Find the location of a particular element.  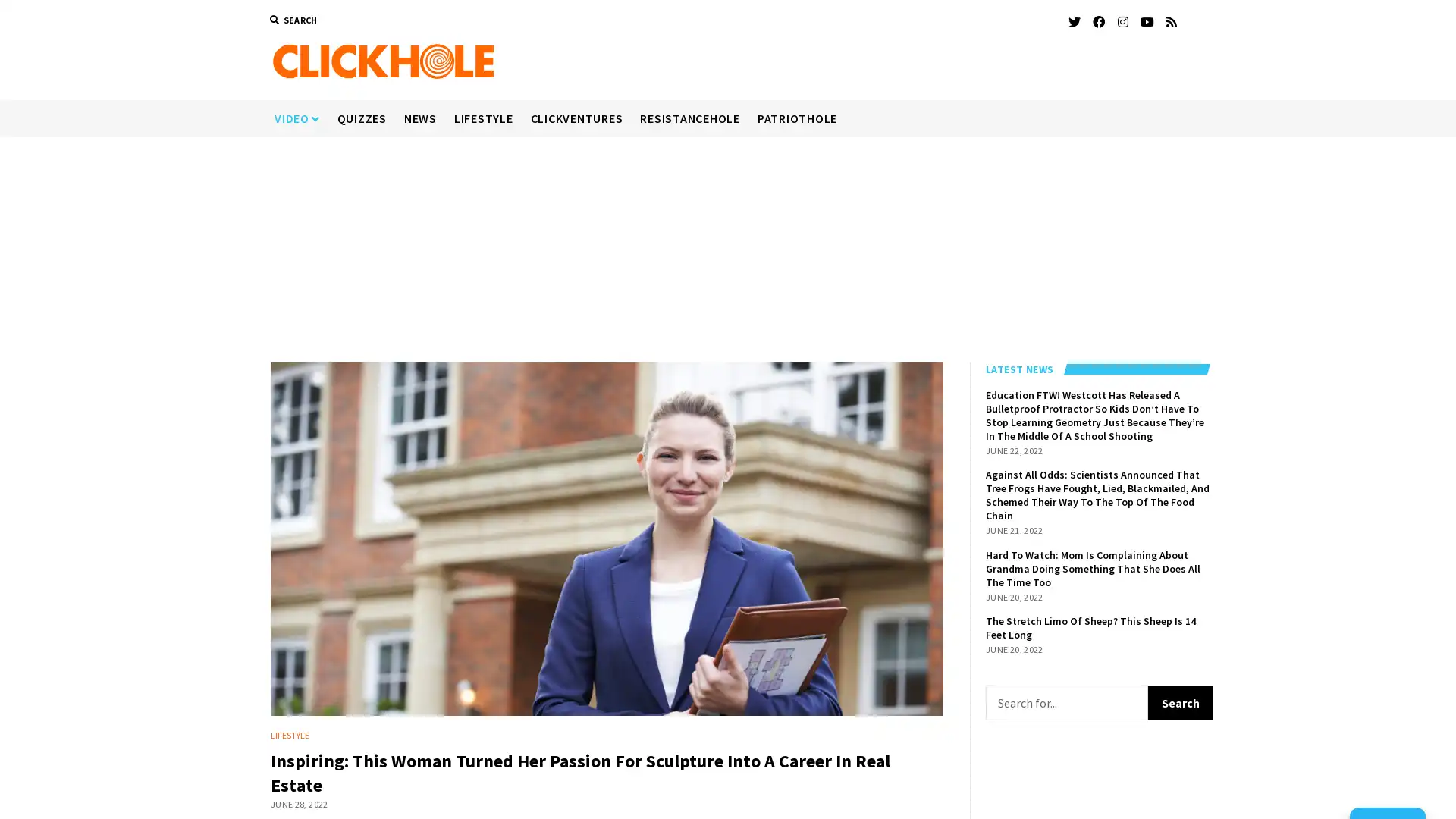

SEARCH is located at coordinates (293, 20).